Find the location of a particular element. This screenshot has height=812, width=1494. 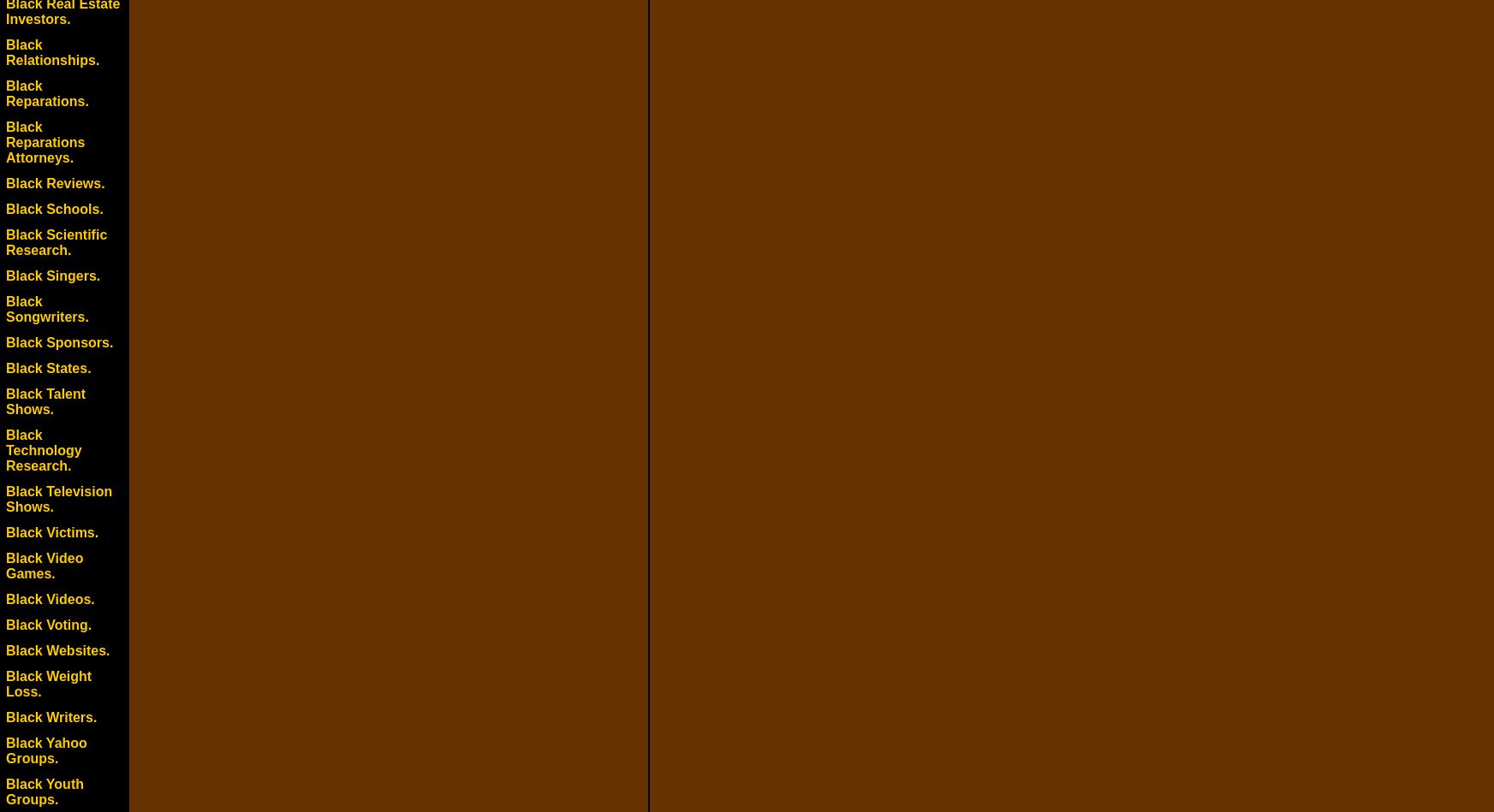

'Black Television Shows.' is located at coordinates (57, 498).